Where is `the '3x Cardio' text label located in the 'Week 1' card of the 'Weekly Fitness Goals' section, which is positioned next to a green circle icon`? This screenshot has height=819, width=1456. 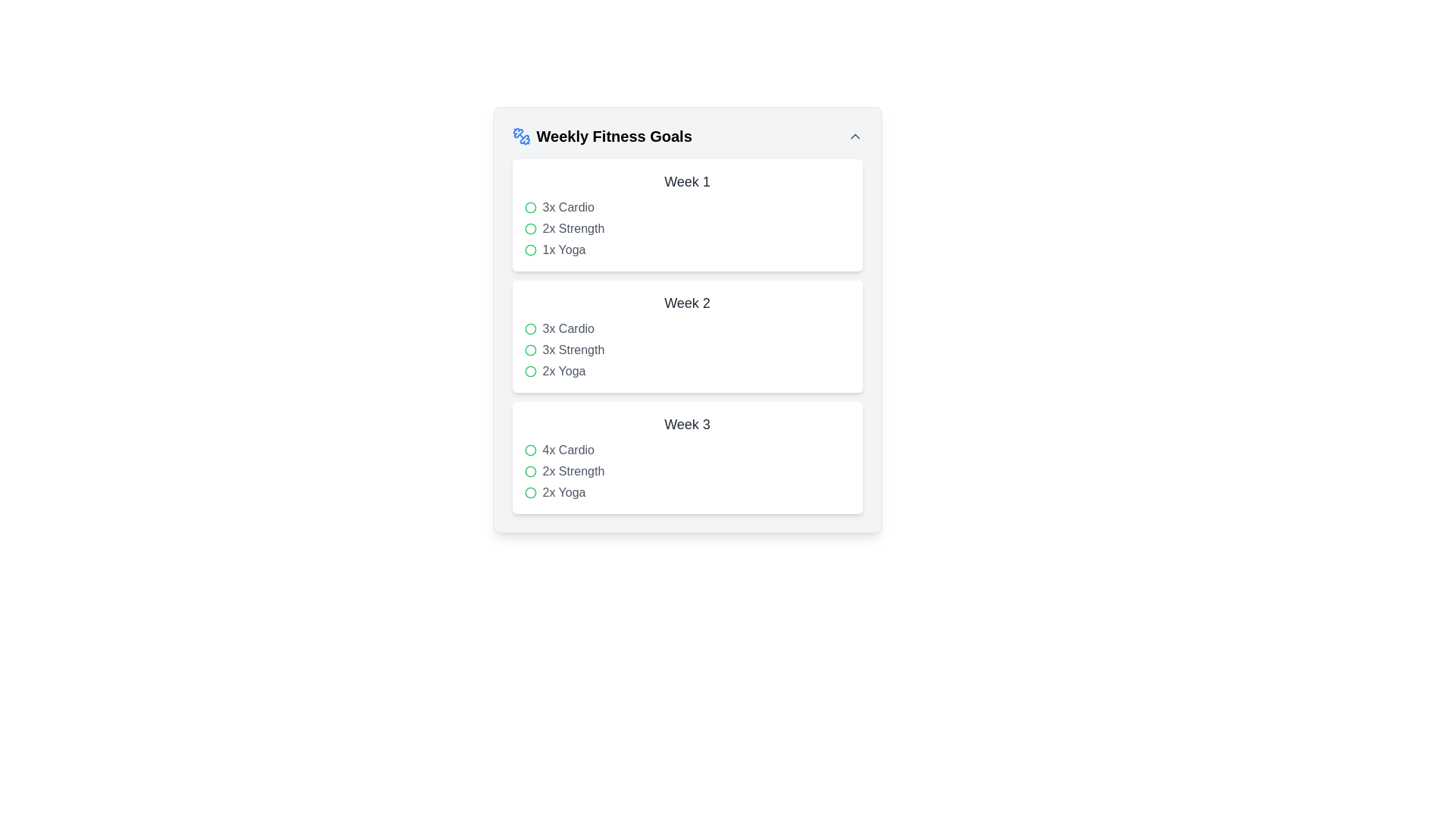 the '3x Cardio' text label located in the 'Week 1' card of the 'Weekly Fitness Goals' section, which is positioned next to a green circle icon is located at coordinates (567, 207).